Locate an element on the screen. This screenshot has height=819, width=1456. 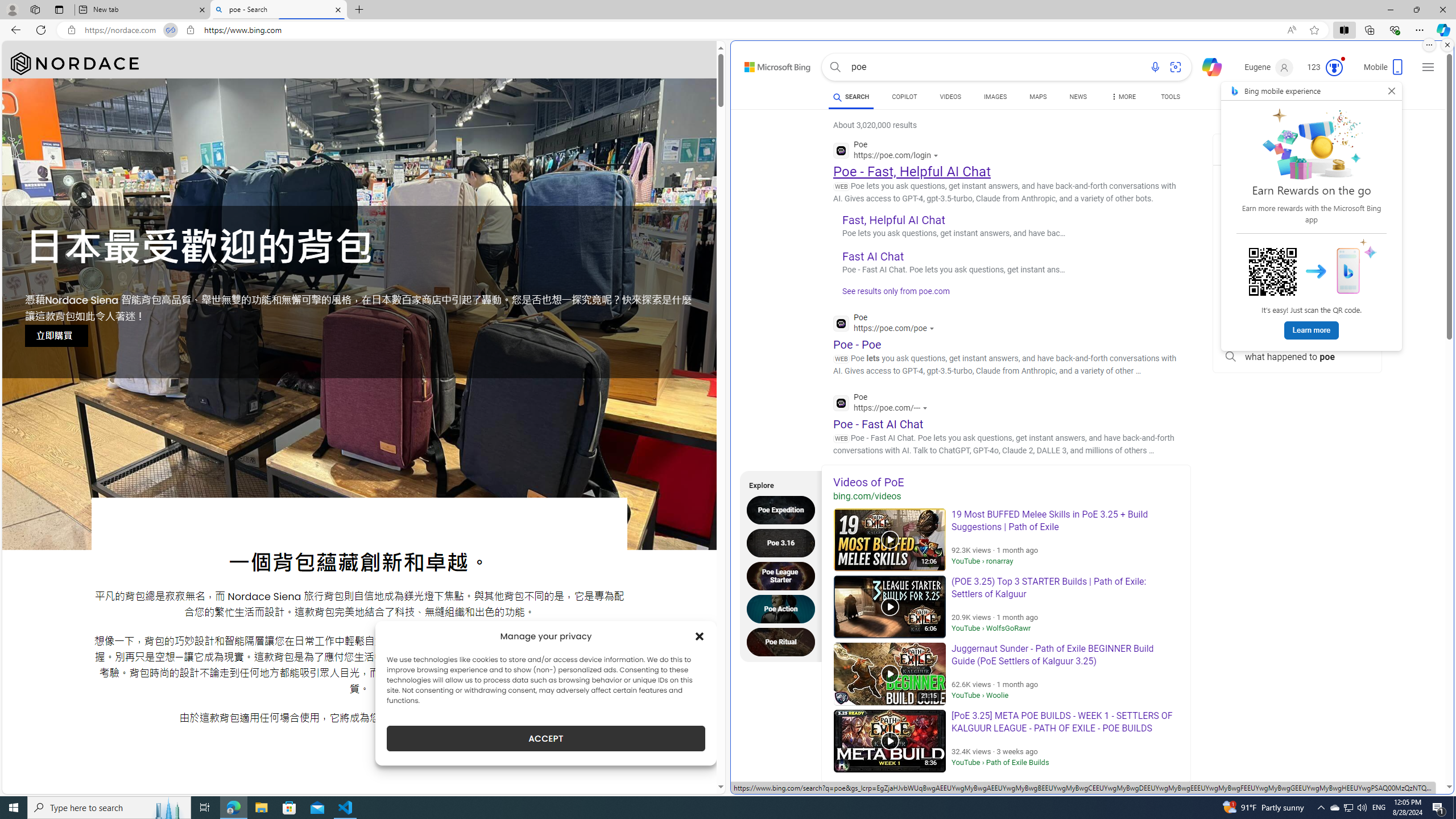
'VIDEOS' is located at coordinates (950, 98).